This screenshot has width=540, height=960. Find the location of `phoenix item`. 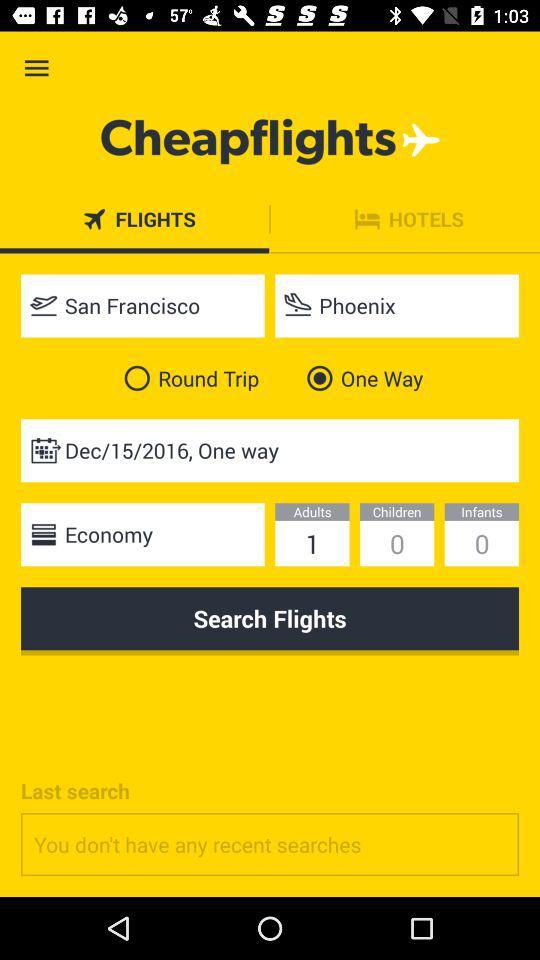

phoenix item is located at coordinates (397, 305).